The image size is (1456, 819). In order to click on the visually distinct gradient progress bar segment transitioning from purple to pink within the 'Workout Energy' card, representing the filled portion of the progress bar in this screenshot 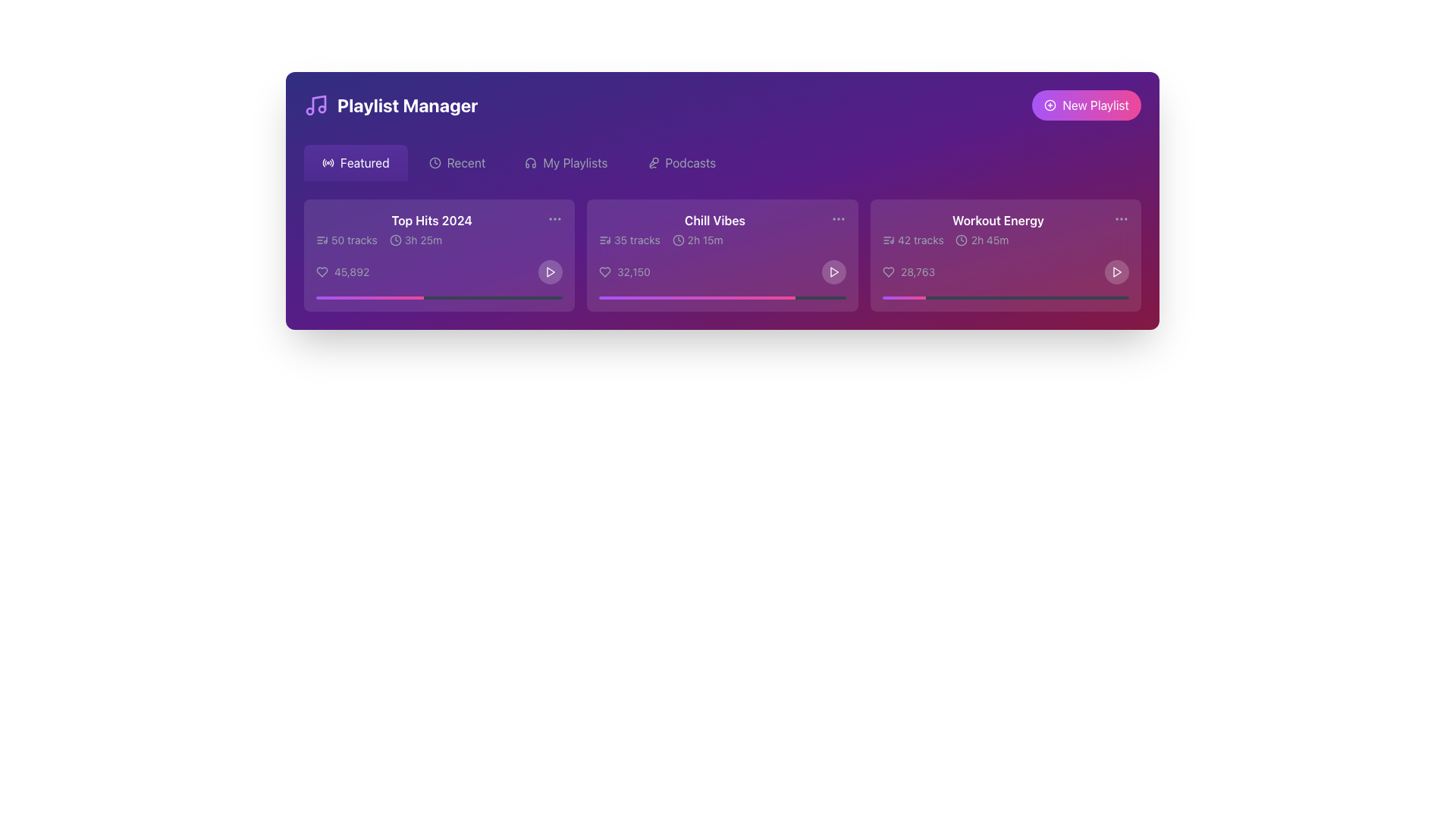, I will do `click(904, 298)`.